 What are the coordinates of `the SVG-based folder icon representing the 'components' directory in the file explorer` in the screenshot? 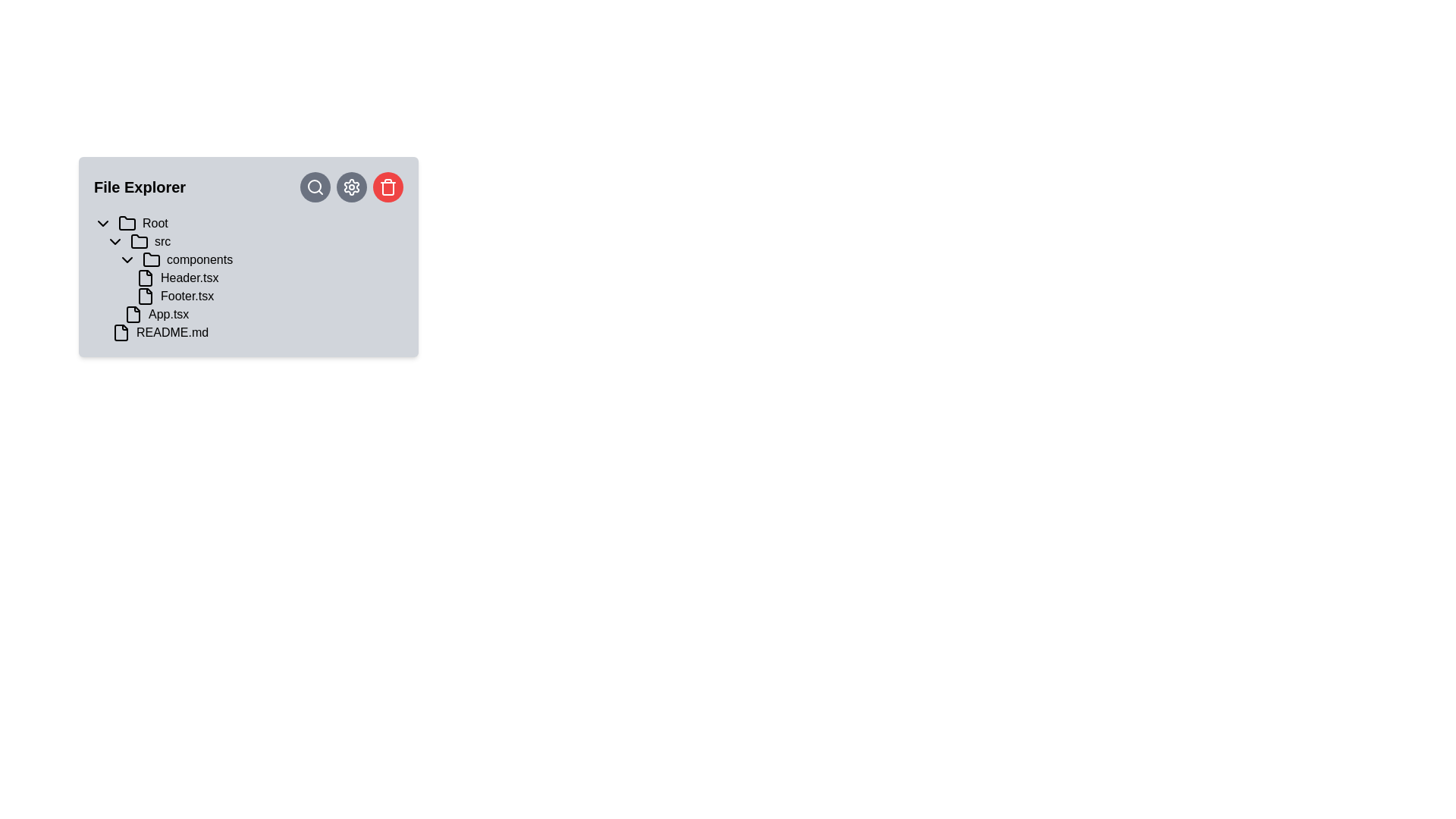 It's located at (152, 259).